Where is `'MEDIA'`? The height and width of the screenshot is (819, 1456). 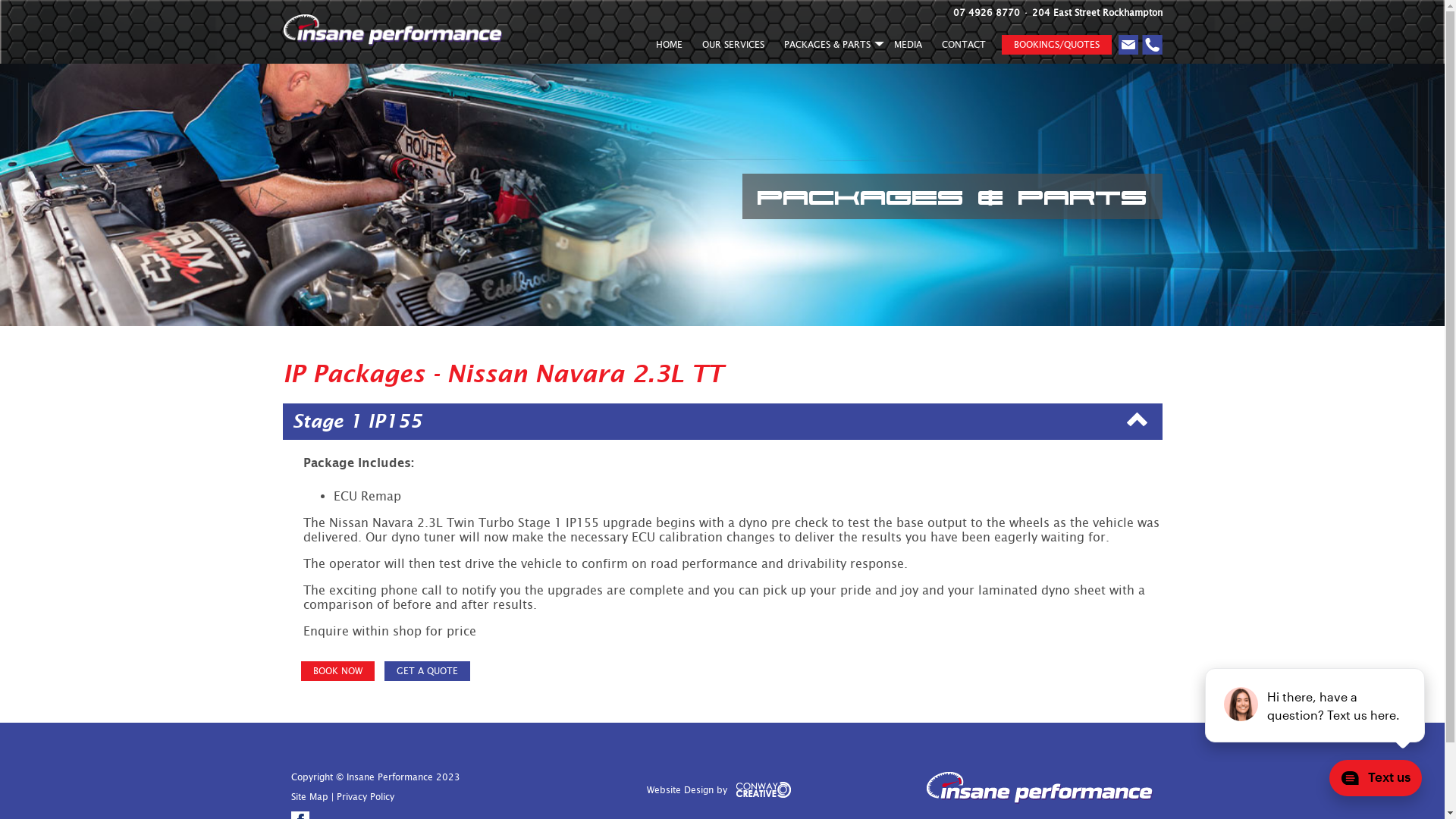 'MEDIA' is located at coordinates (908, 46).